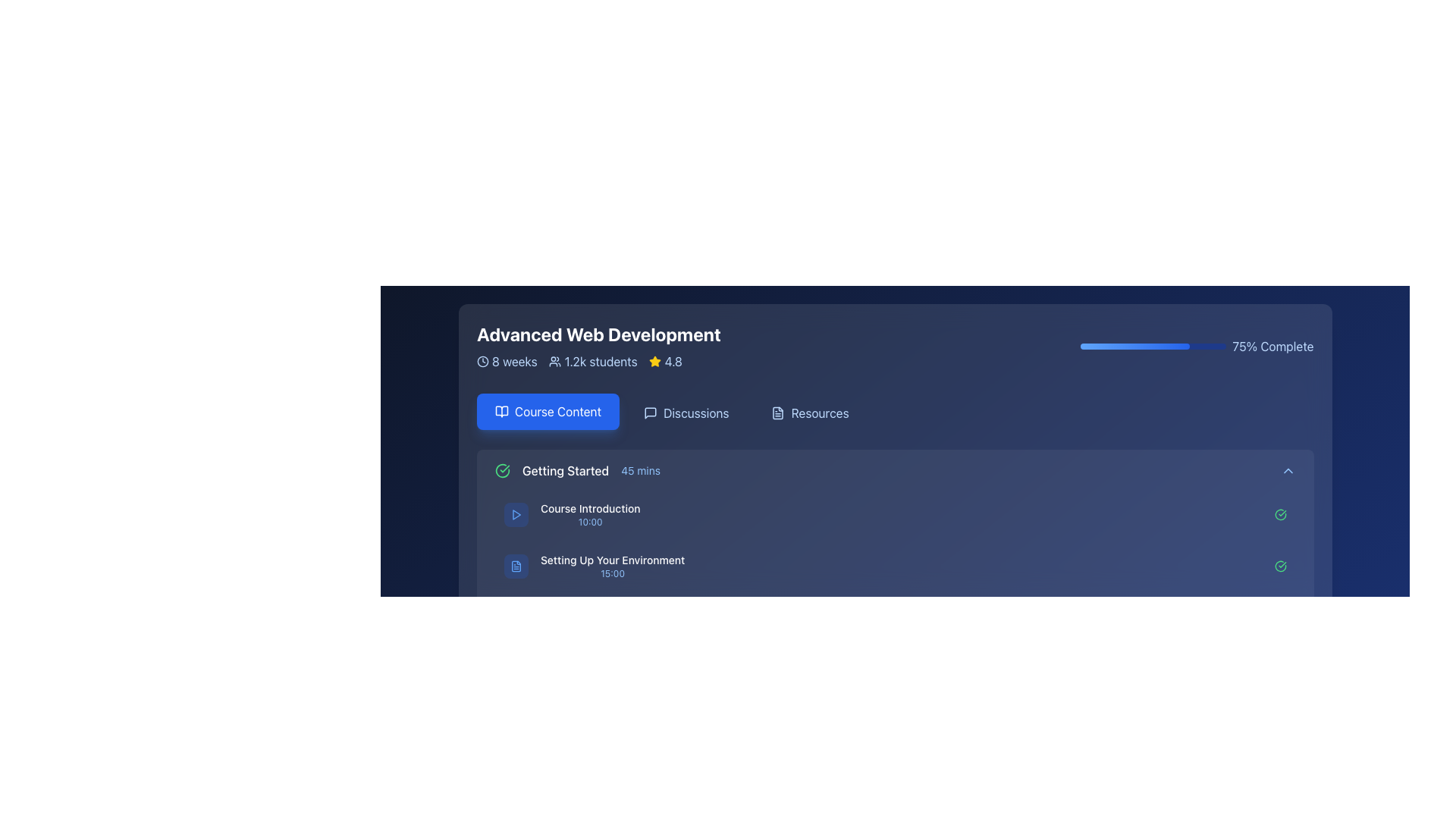  I want to click on the icon representing a resource or document associated with 'Setting Up Your Environment' in the 'Advanced Web Development' course to possibly see more details or a tooltip, so click(516, 566).